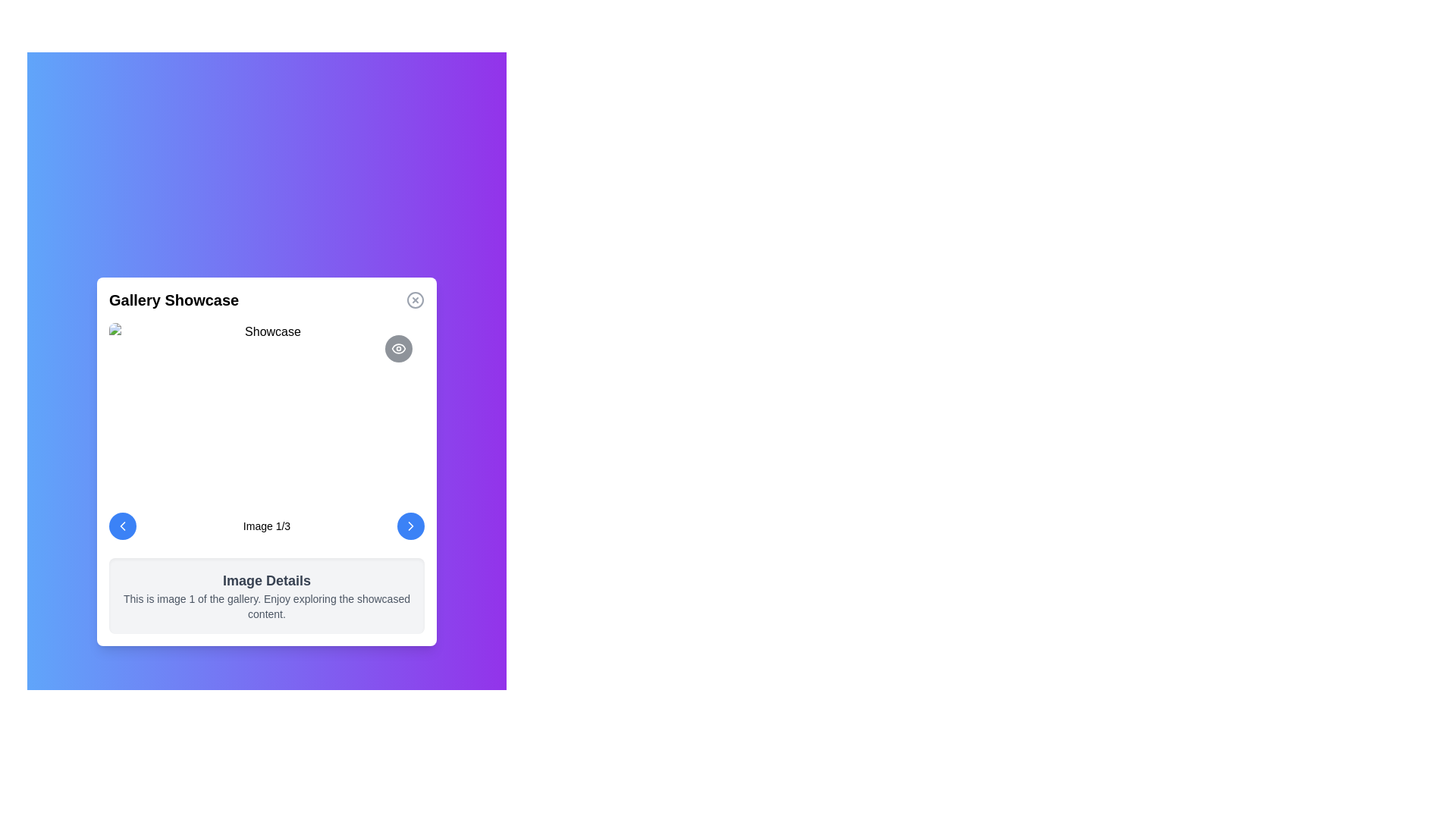  I want to click on the rightward-facing chevron arrow icon within the circular blue button located at the bottom-right corner of the gallery card interface, so click(411, 526).